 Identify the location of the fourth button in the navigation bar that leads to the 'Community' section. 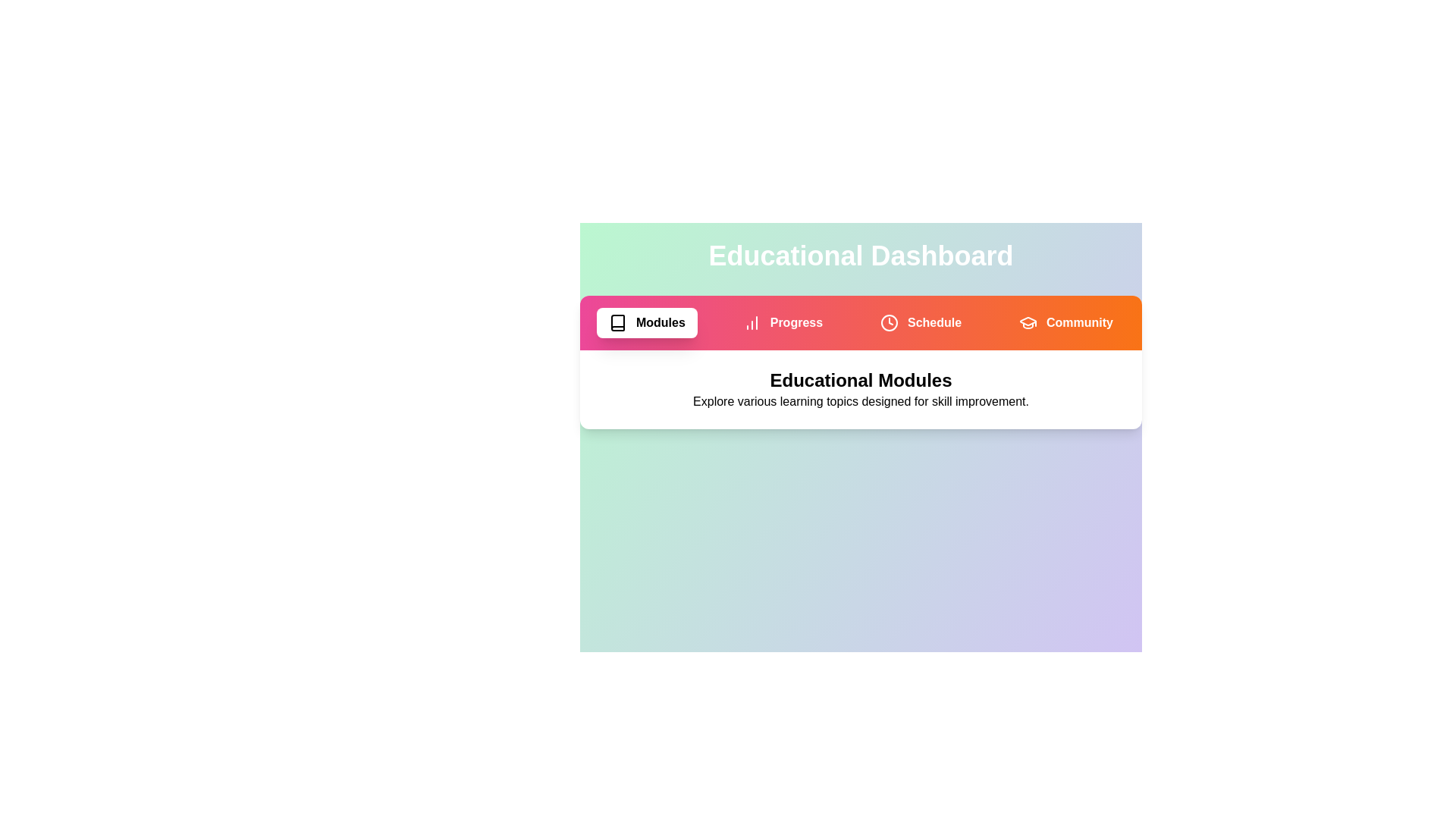
(1065, 322).